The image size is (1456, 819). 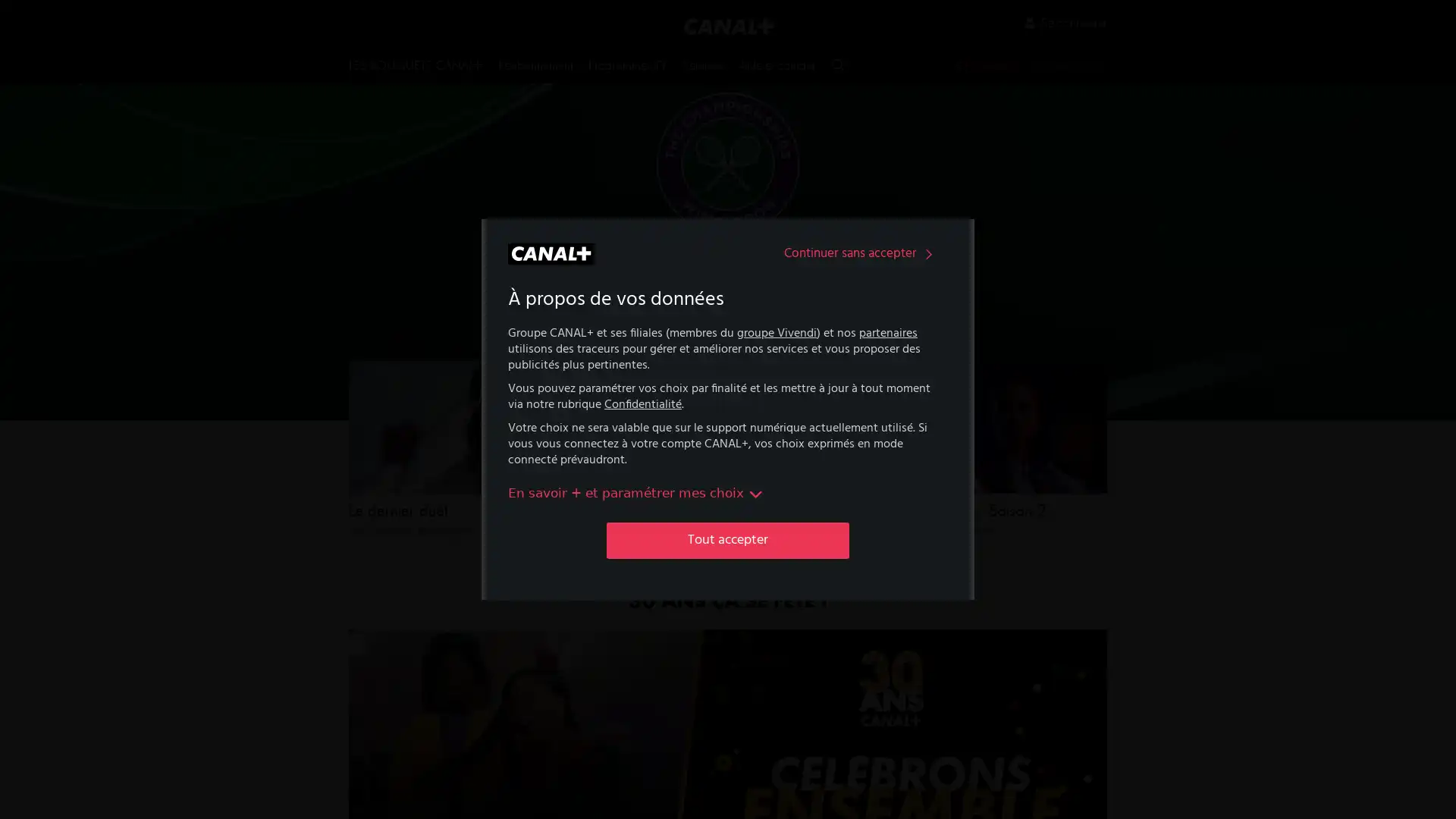 I want to click on Mali, so click(x=728, y=511).